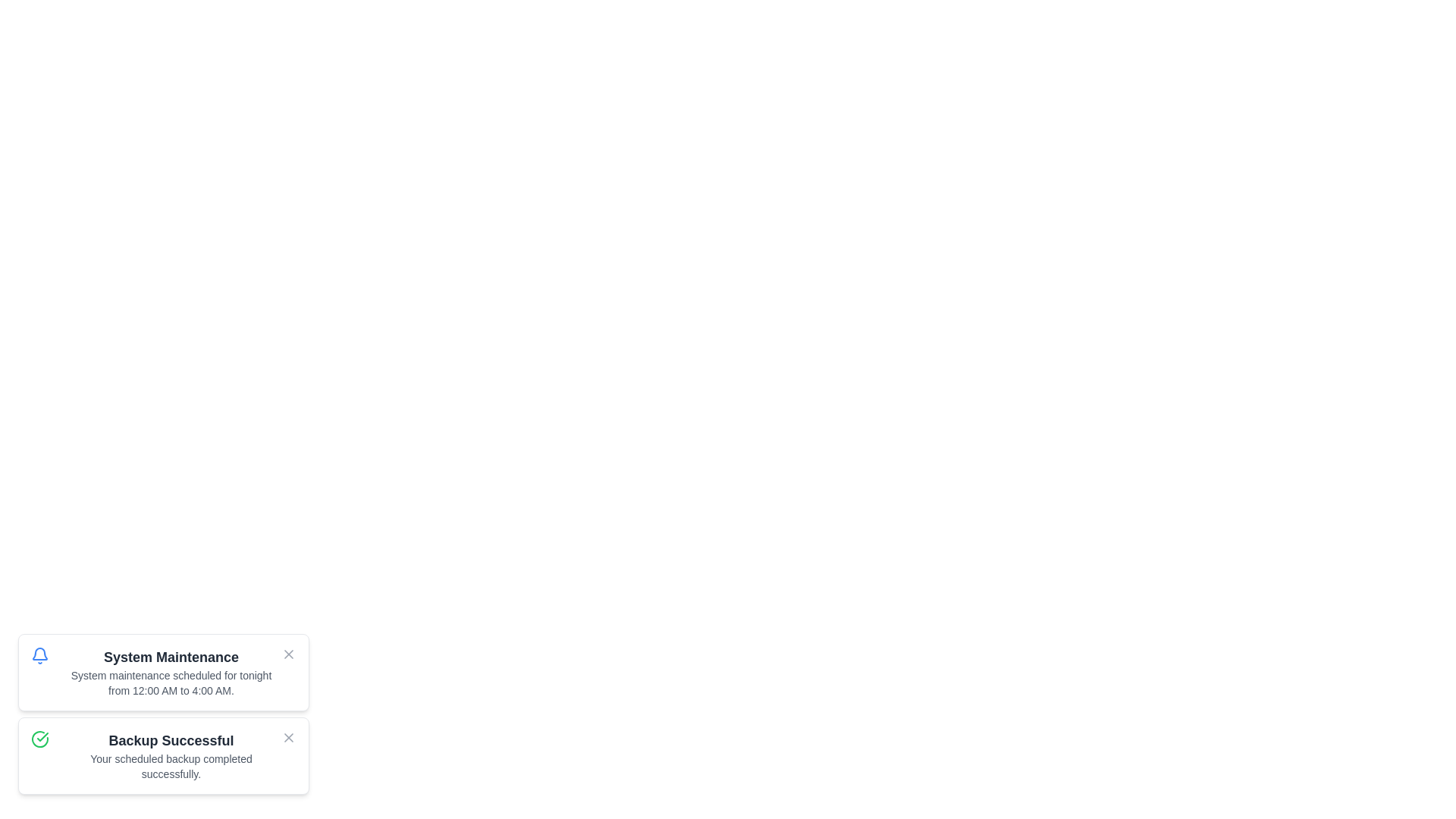 The width and height of the screenshot is (1456, 819). I want to click on the Notification message titled 'Backup Successful' that is styled with two lines of text, where the title is bold and larger, and the subtitle is smaller and lighter, located in the second notification card below 'System Maintenance', so click(171, 755).